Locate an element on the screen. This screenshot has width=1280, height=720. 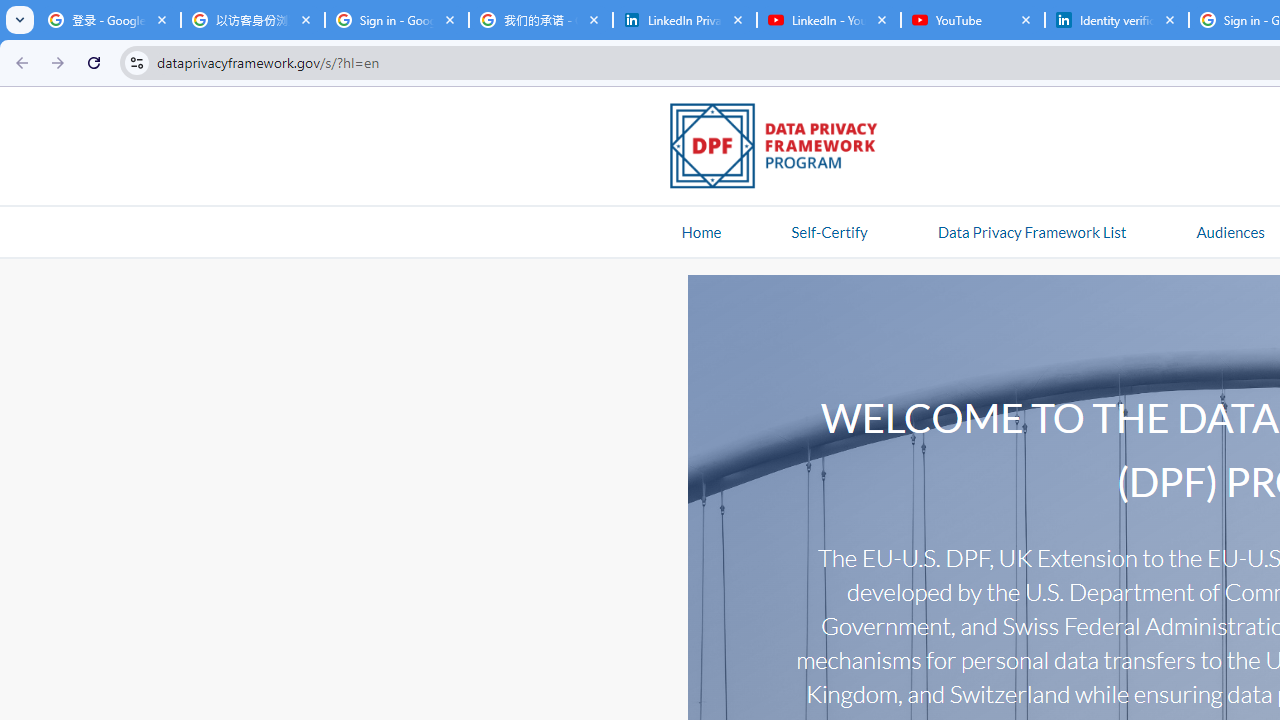
'Self-Certify' is located at coordinates (829, 230).